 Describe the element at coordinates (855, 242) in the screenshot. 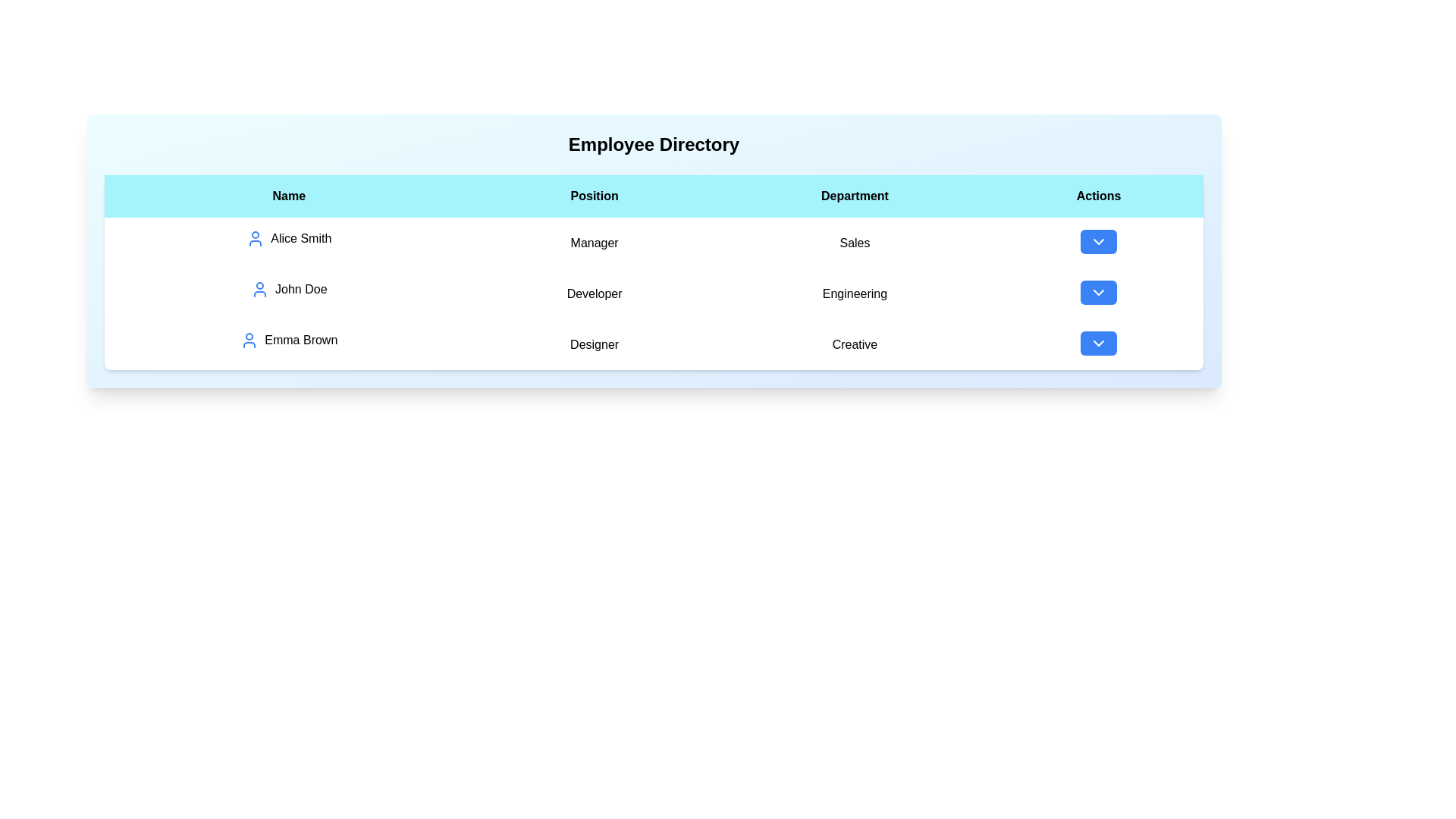

I see `the Text label displaying the department name for employee 'Alice Smith' in the 'Department' column of the structured table` at that location.